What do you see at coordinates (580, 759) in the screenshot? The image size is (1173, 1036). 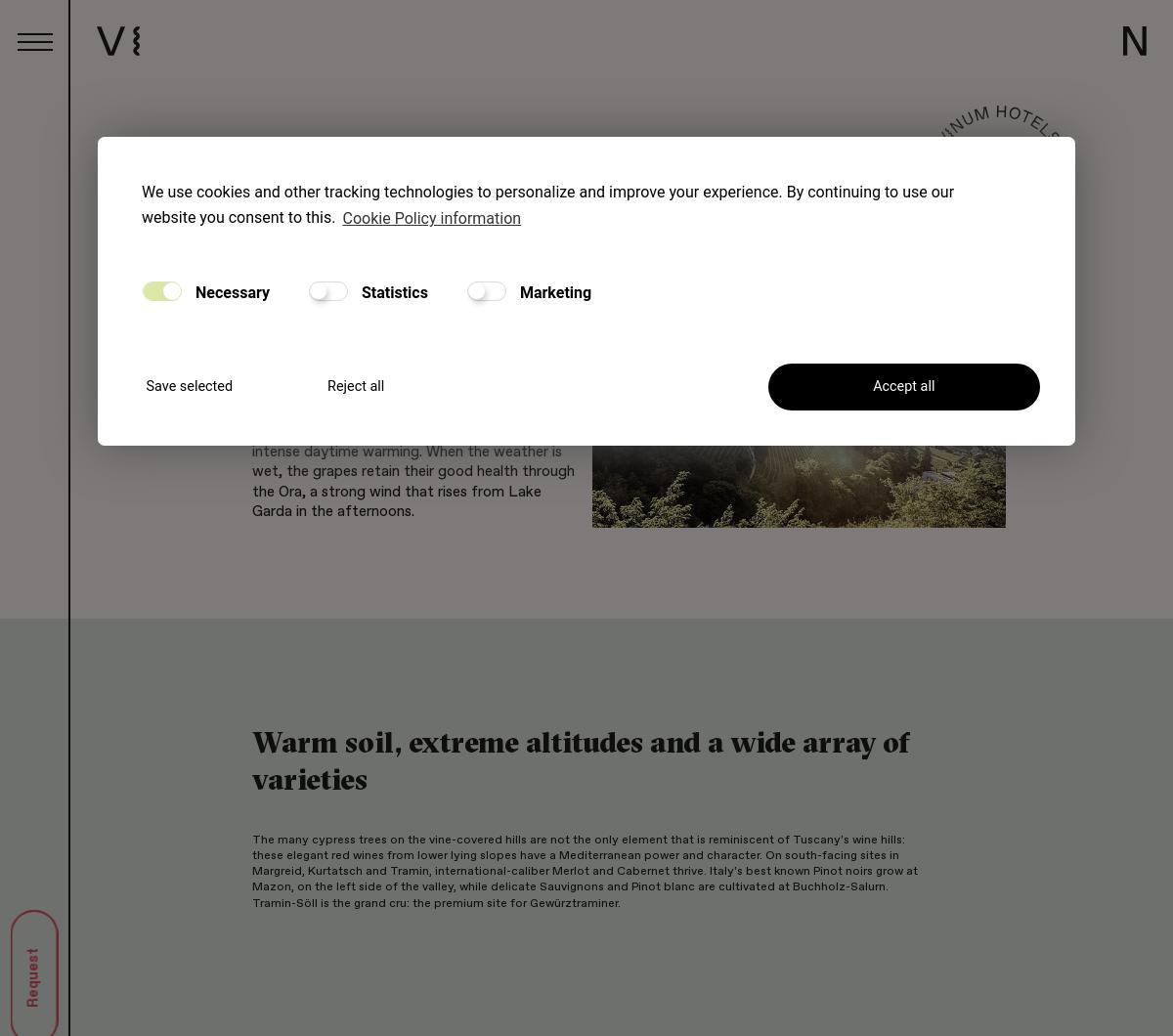 I see `'Warm soil, extreme altitudes and a wide array of varieties'` at bounding box center [580, 759].